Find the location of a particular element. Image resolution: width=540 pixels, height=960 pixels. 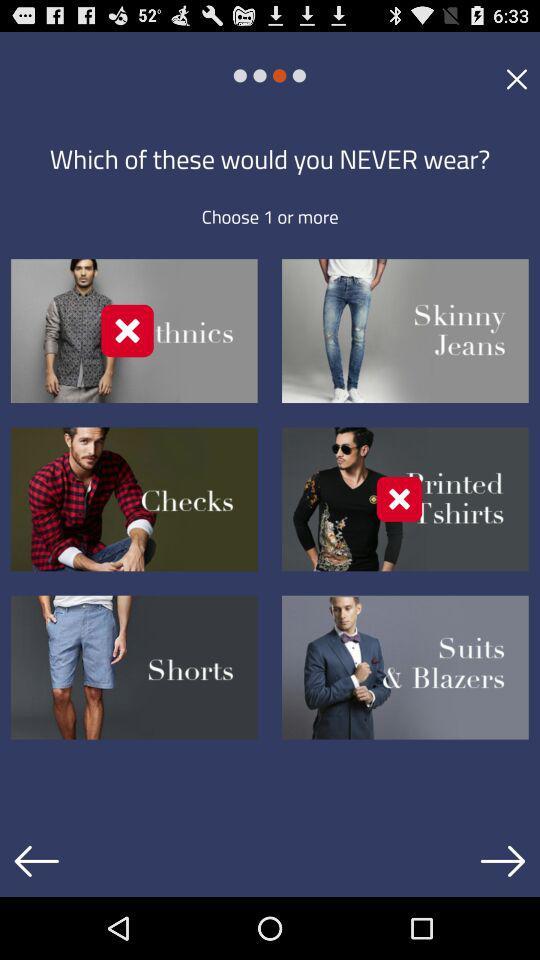

advertisement is located at coordinates (516, 78).